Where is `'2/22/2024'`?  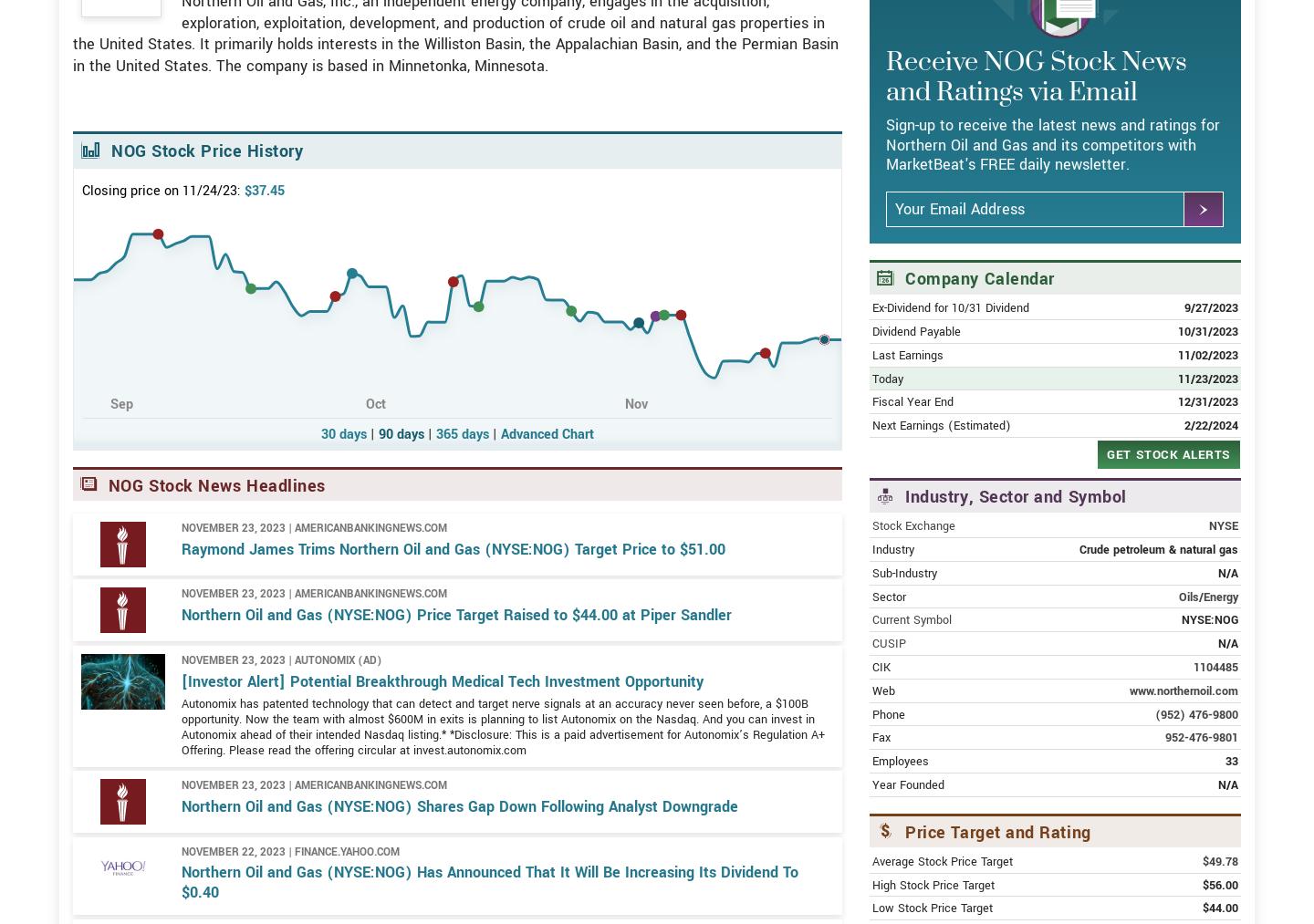
'2/22/2024' is located at coordinates (1209, 491).